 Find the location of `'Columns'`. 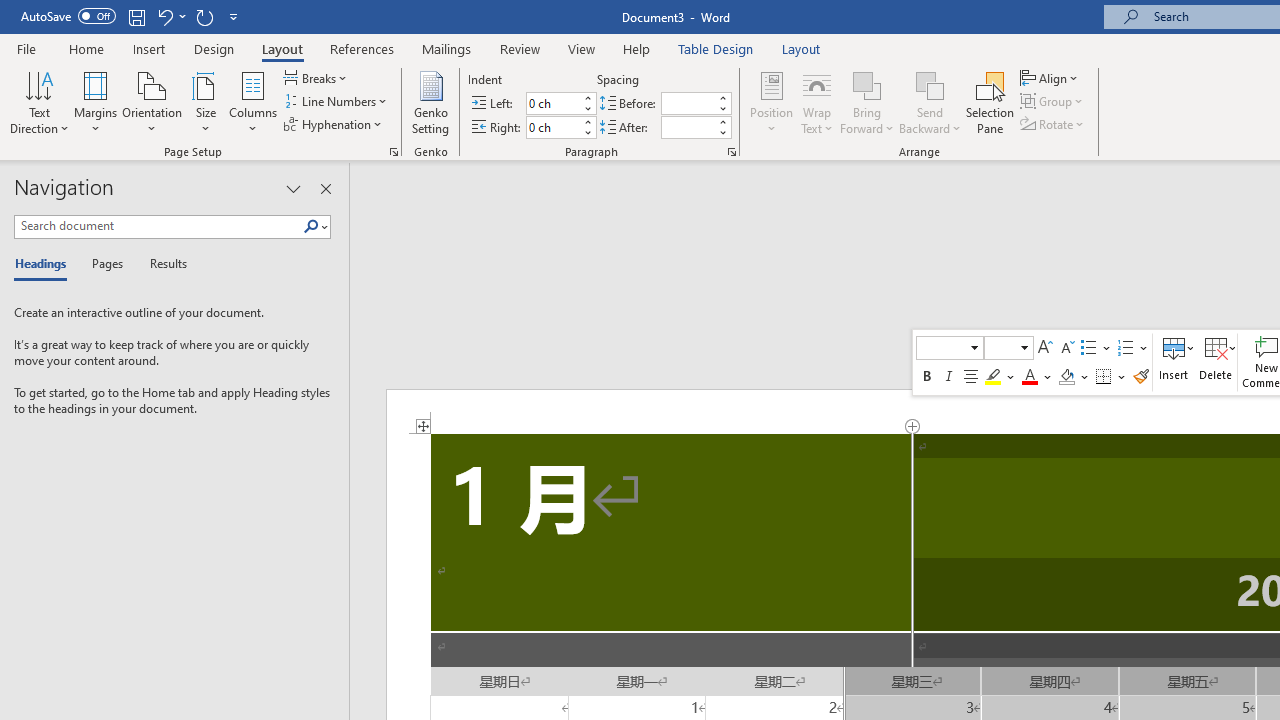

'Columns' is located at coordinates (252, 103).